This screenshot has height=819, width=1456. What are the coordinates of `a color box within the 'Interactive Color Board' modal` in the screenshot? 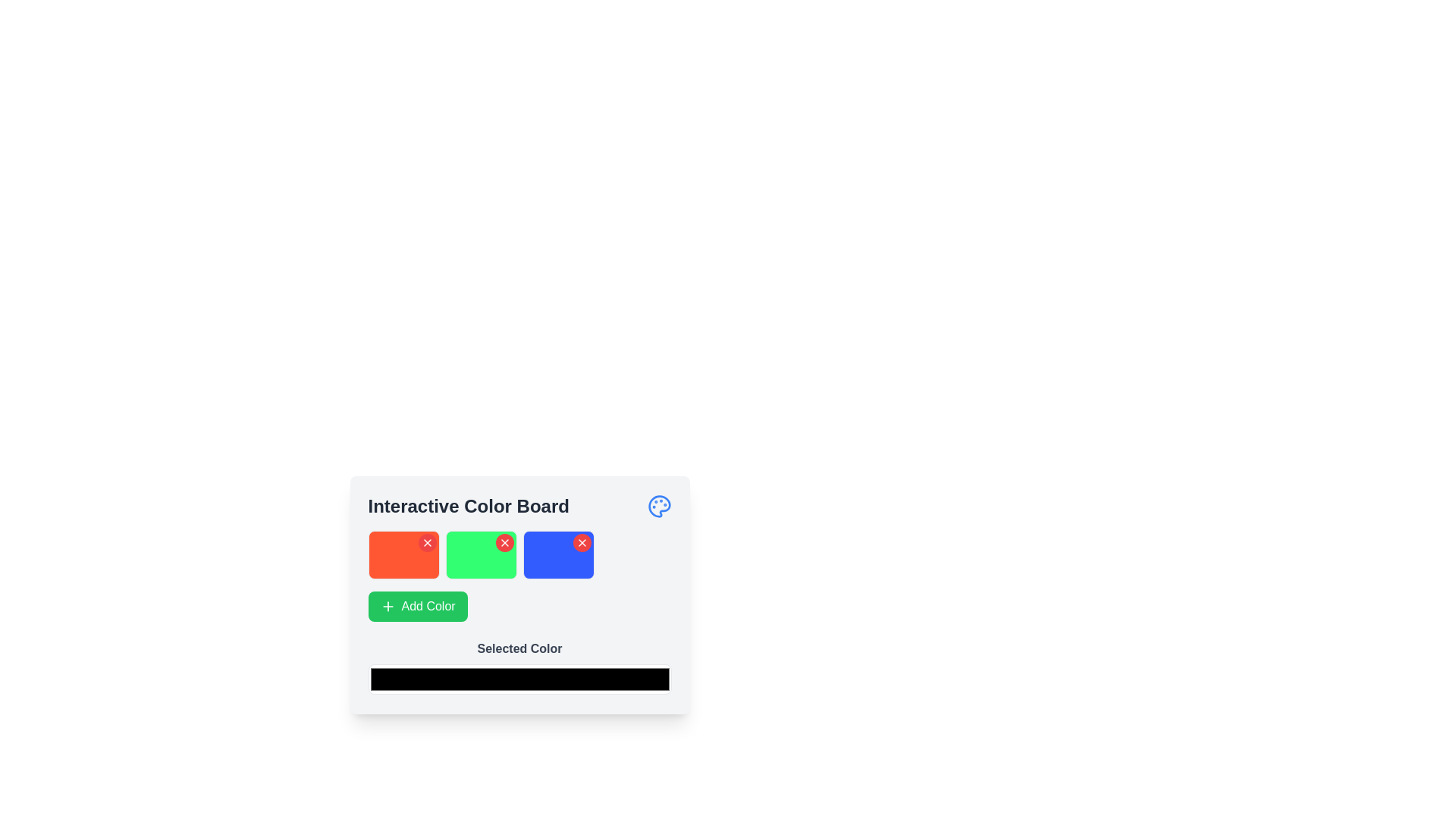 It's located at (519, 611).